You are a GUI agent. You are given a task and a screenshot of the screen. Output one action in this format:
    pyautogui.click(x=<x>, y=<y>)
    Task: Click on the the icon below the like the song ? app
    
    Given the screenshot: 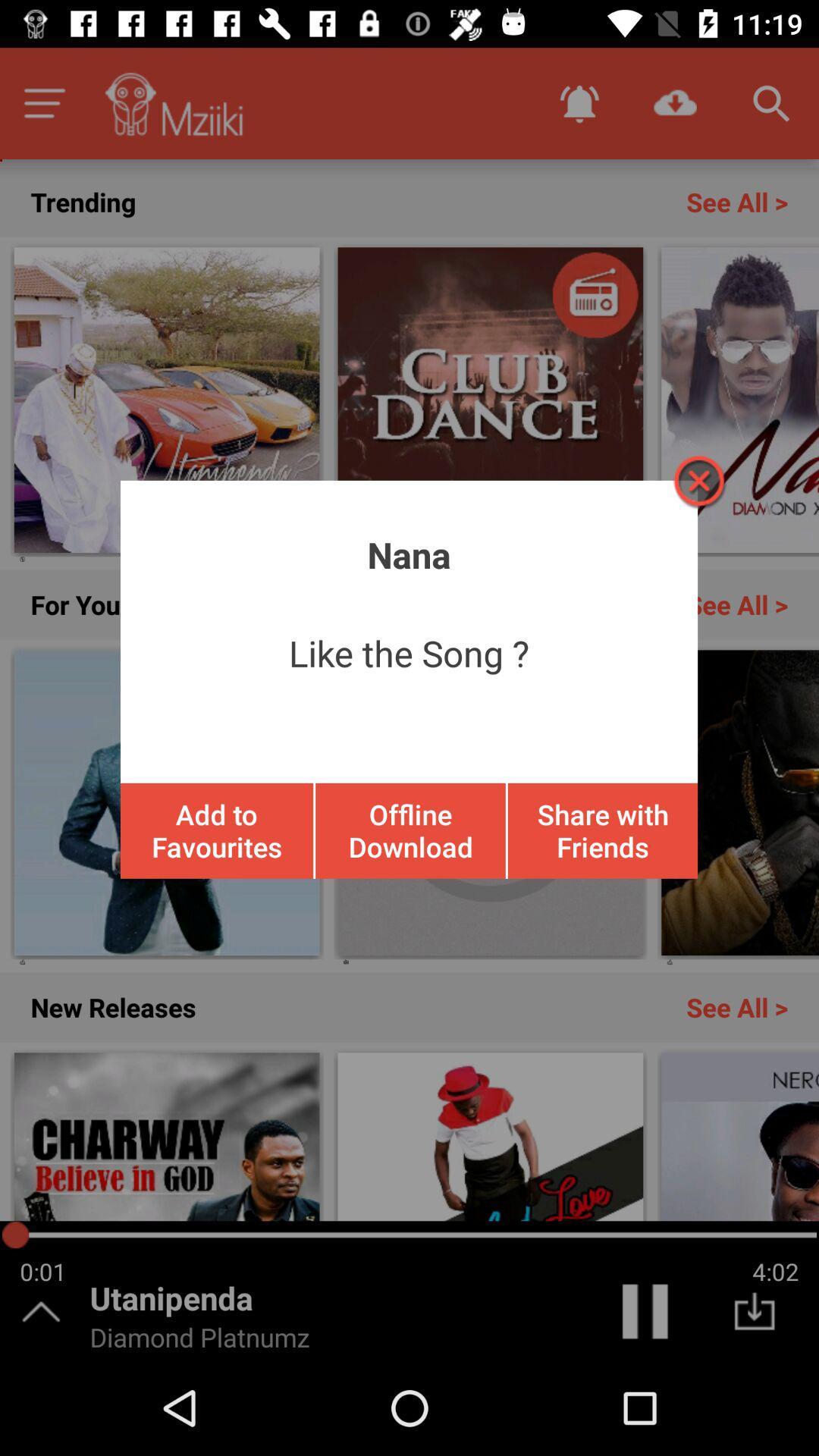 What is the action you would take?
    pyautogui.click(x=410, y=830)
    